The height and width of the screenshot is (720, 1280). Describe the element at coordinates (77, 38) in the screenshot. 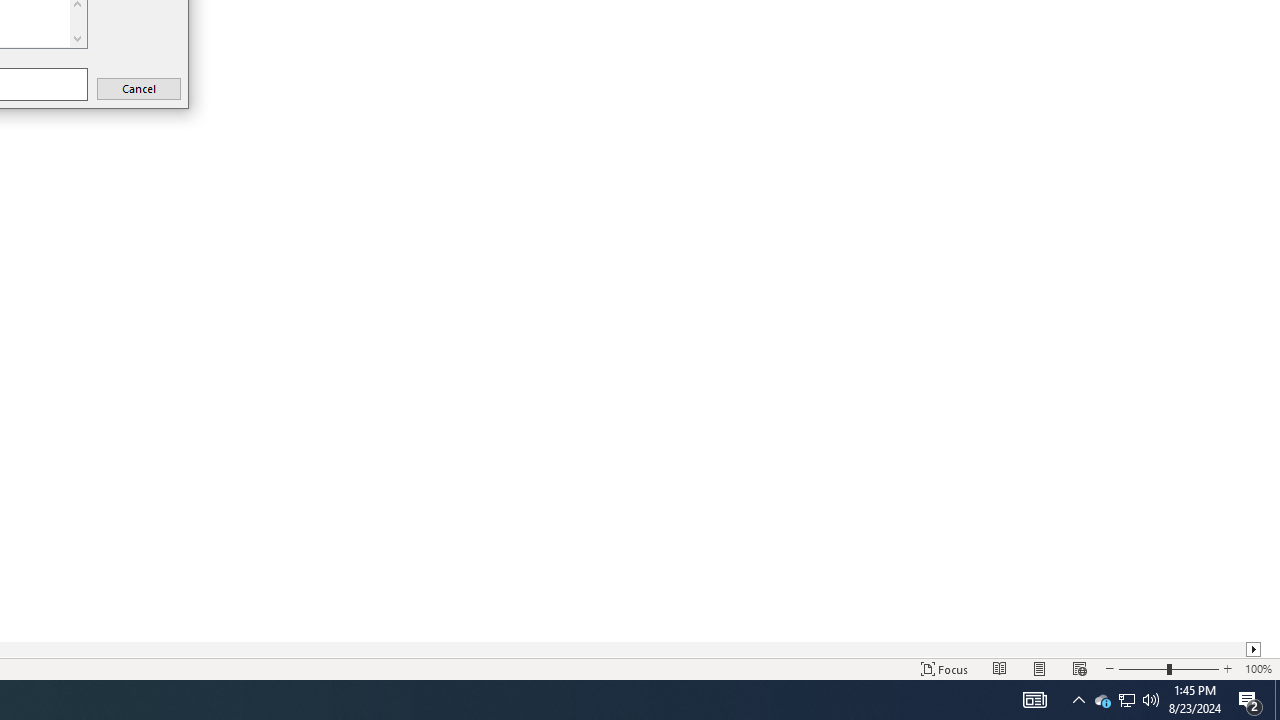

I see `'Line down'` at that location.